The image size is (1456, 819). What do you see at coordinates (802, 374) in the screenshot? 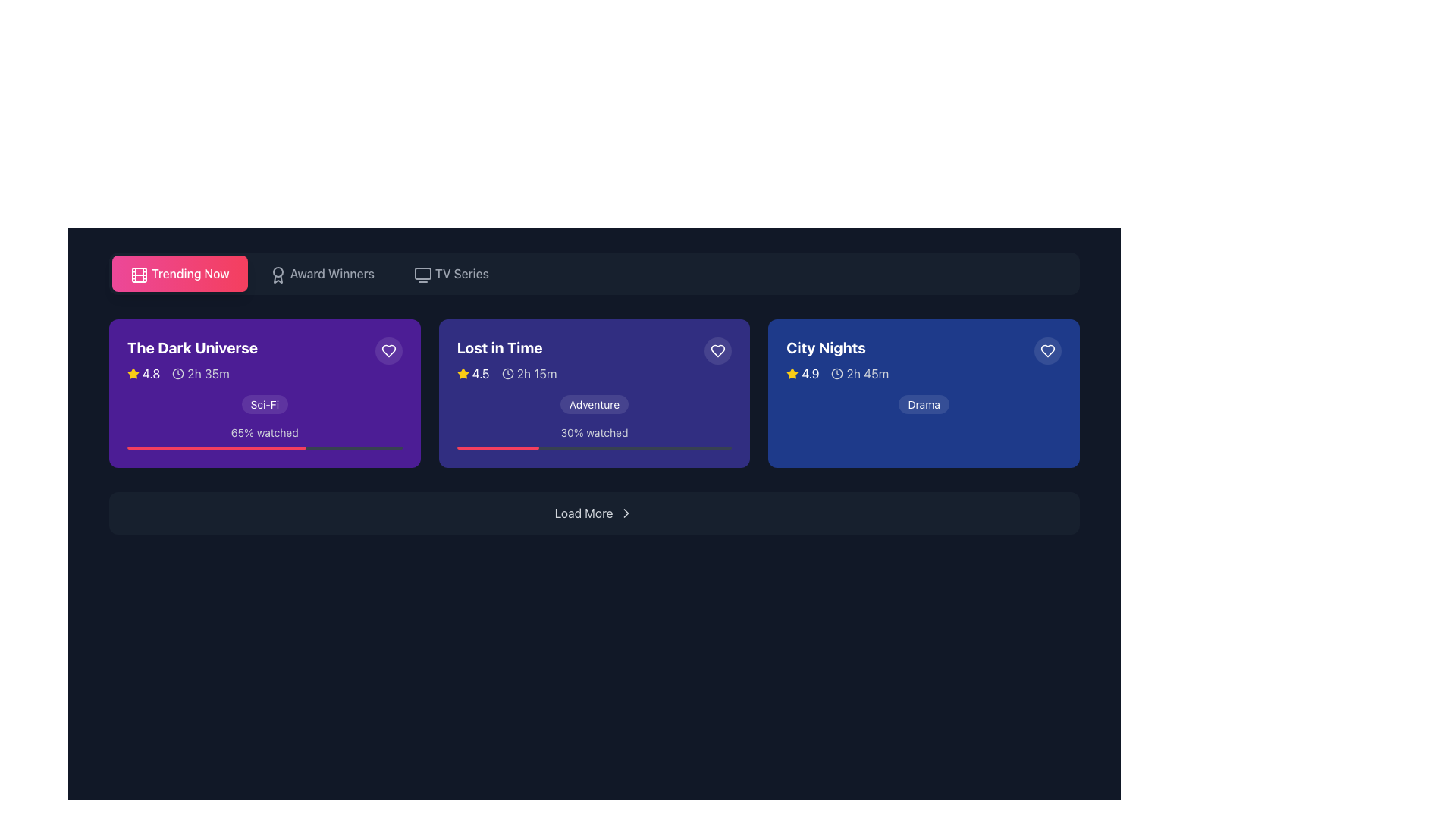
I see `the Rating display with star and numeric value located at the top left of the 'City Nights' card` at bounding box center [802, 374].